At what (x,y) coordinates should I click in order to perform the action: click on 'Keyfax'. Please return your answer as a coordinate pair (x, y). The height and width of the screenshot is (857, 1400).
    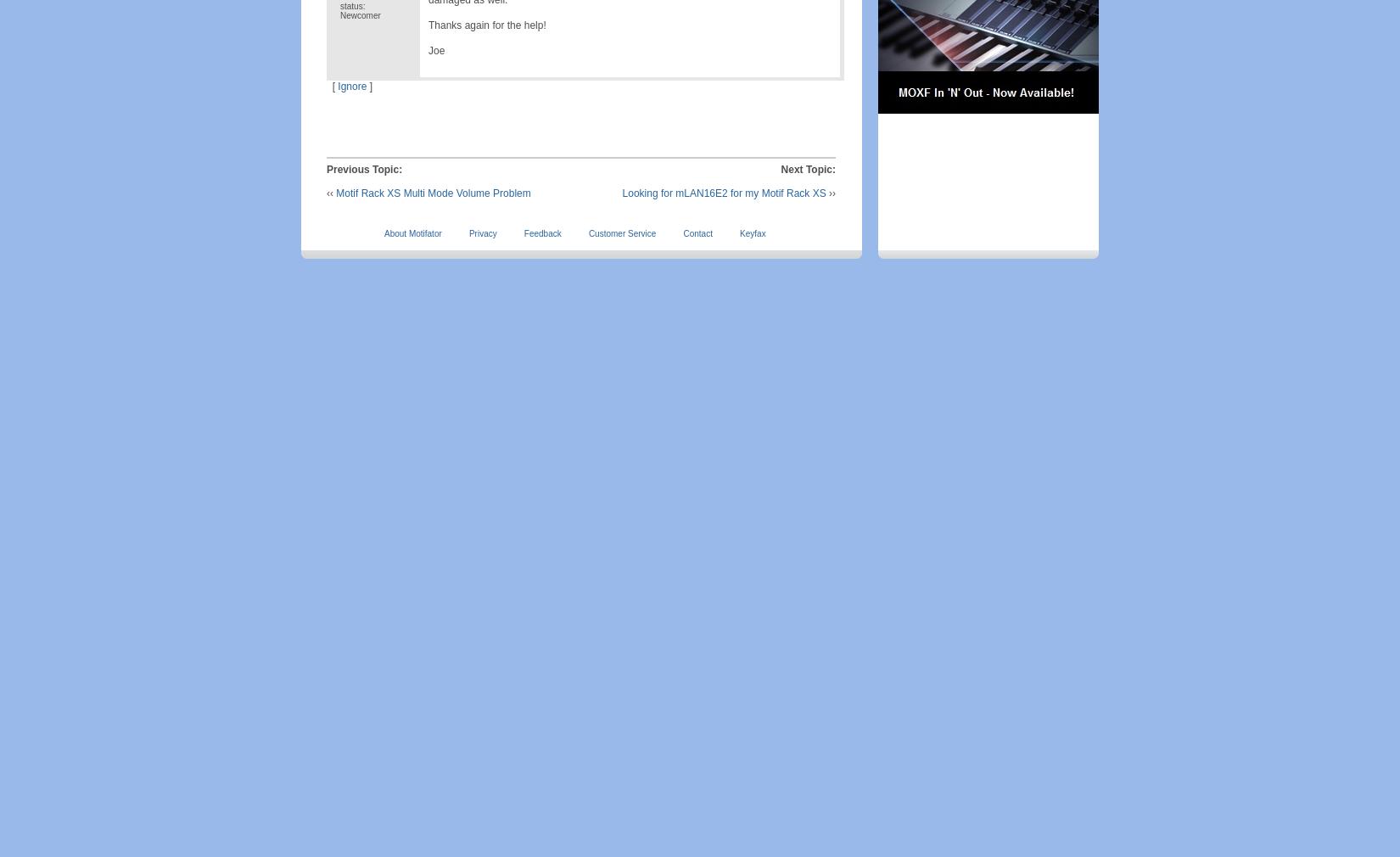
    Looking at the image, I should click on (753, 233).